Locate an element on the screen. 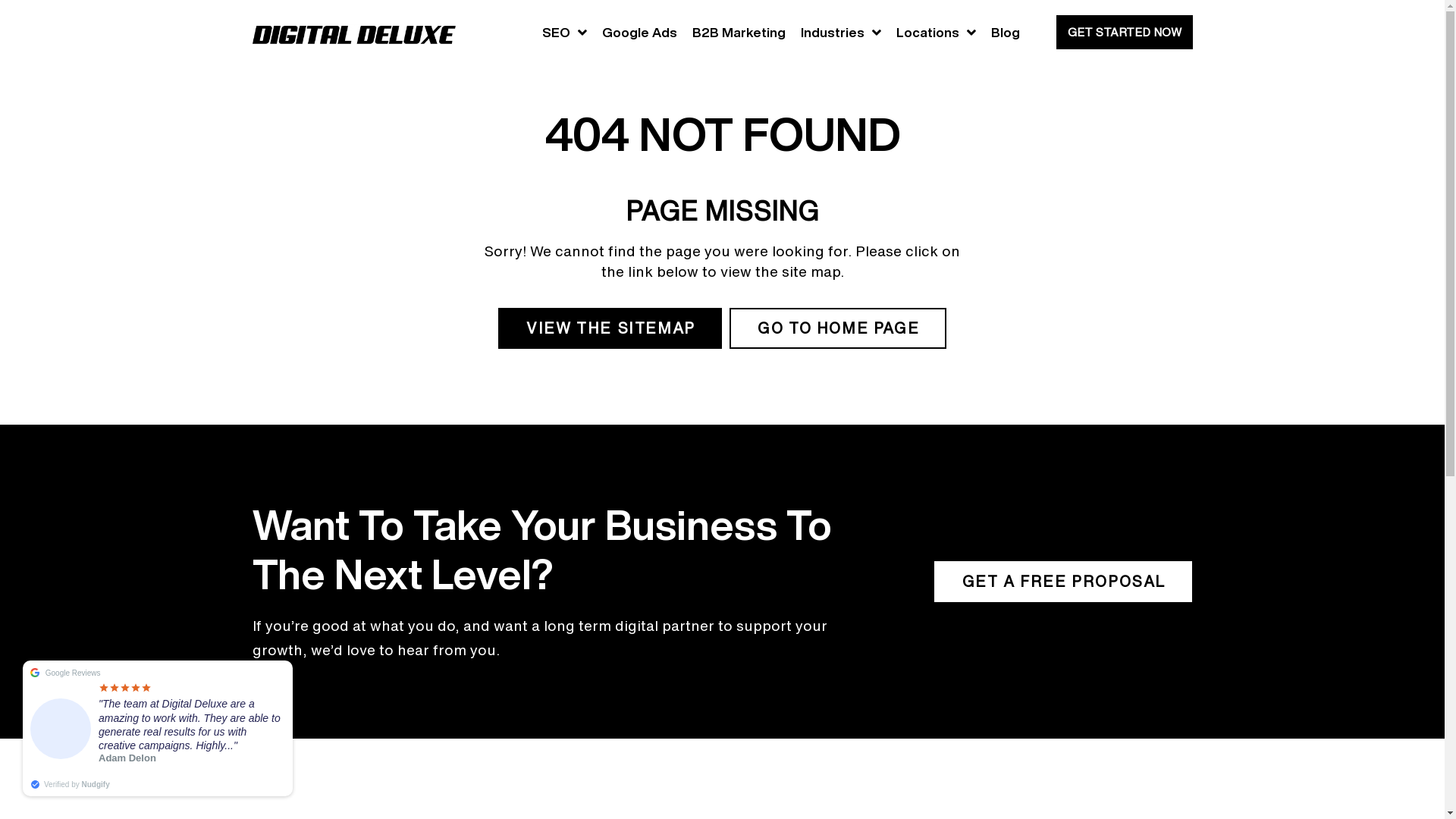 The height and width of the screenshot is (819, 1456). 'GO TO HOME PAGE' is located at coordinates (836, 327).